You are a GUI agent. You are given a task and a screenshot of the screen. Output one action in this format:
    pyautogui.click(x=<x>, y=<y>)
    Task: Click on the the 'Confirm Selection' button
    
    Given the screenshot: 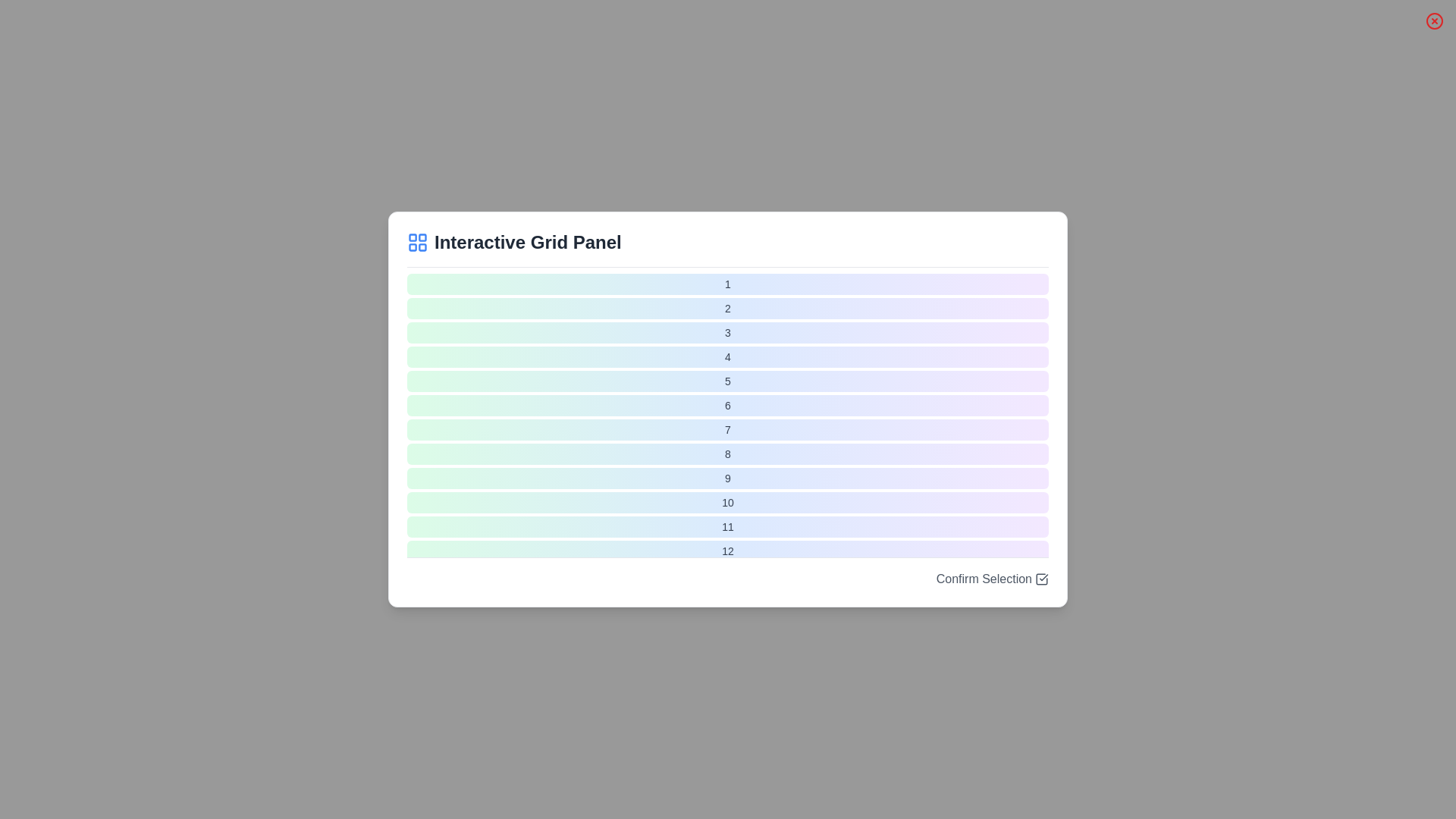 What is the action you would take?
    pyautogui.click(x=992, y=579)
    